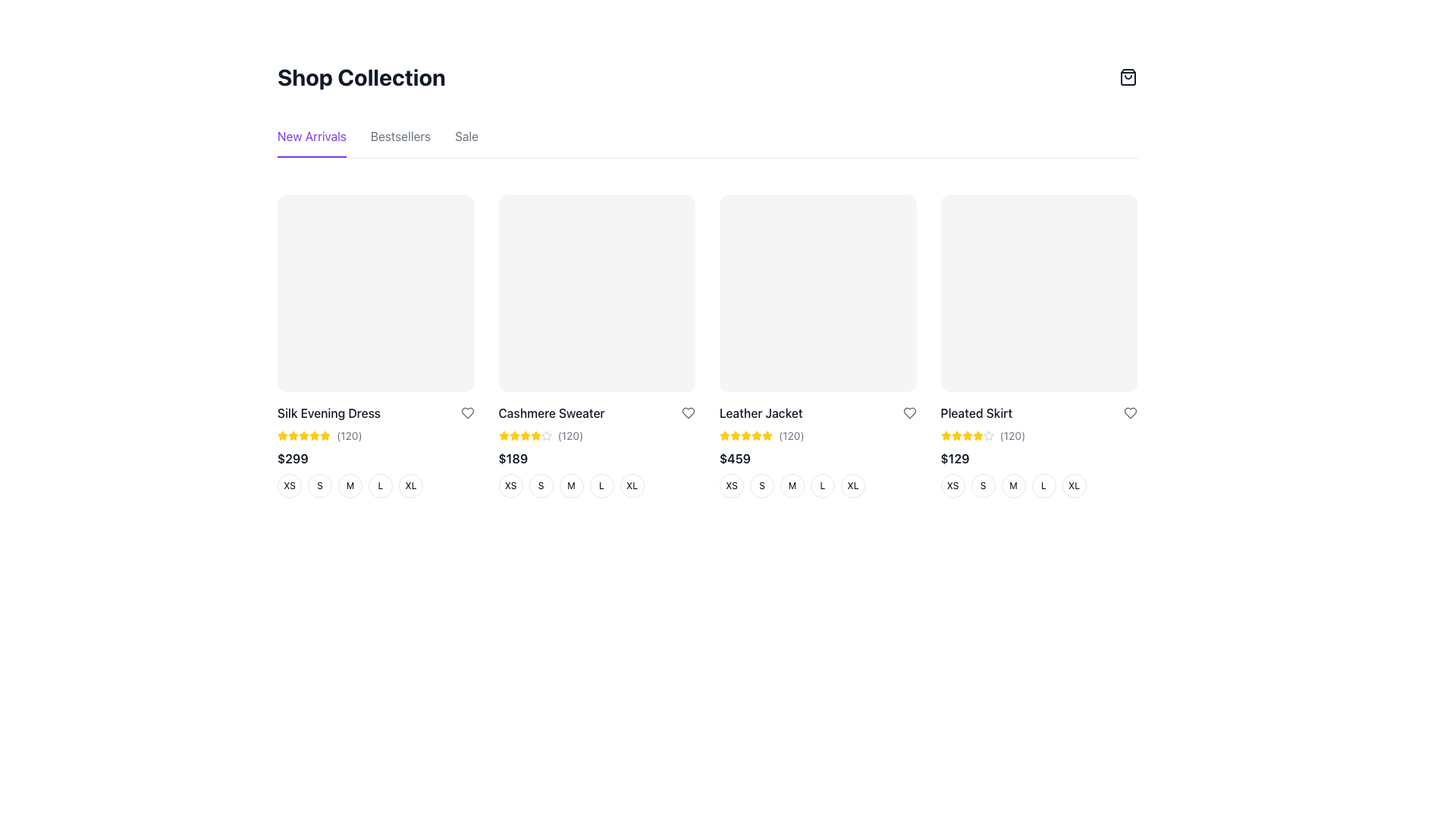 The image size is (1456, 819). Describe the element at coordinates (767, 435) in the screenshot. I see `the second star in the 5-star rating system located below the 'Leather Jacket' product title in the 'Shop Collection' section` at that location.